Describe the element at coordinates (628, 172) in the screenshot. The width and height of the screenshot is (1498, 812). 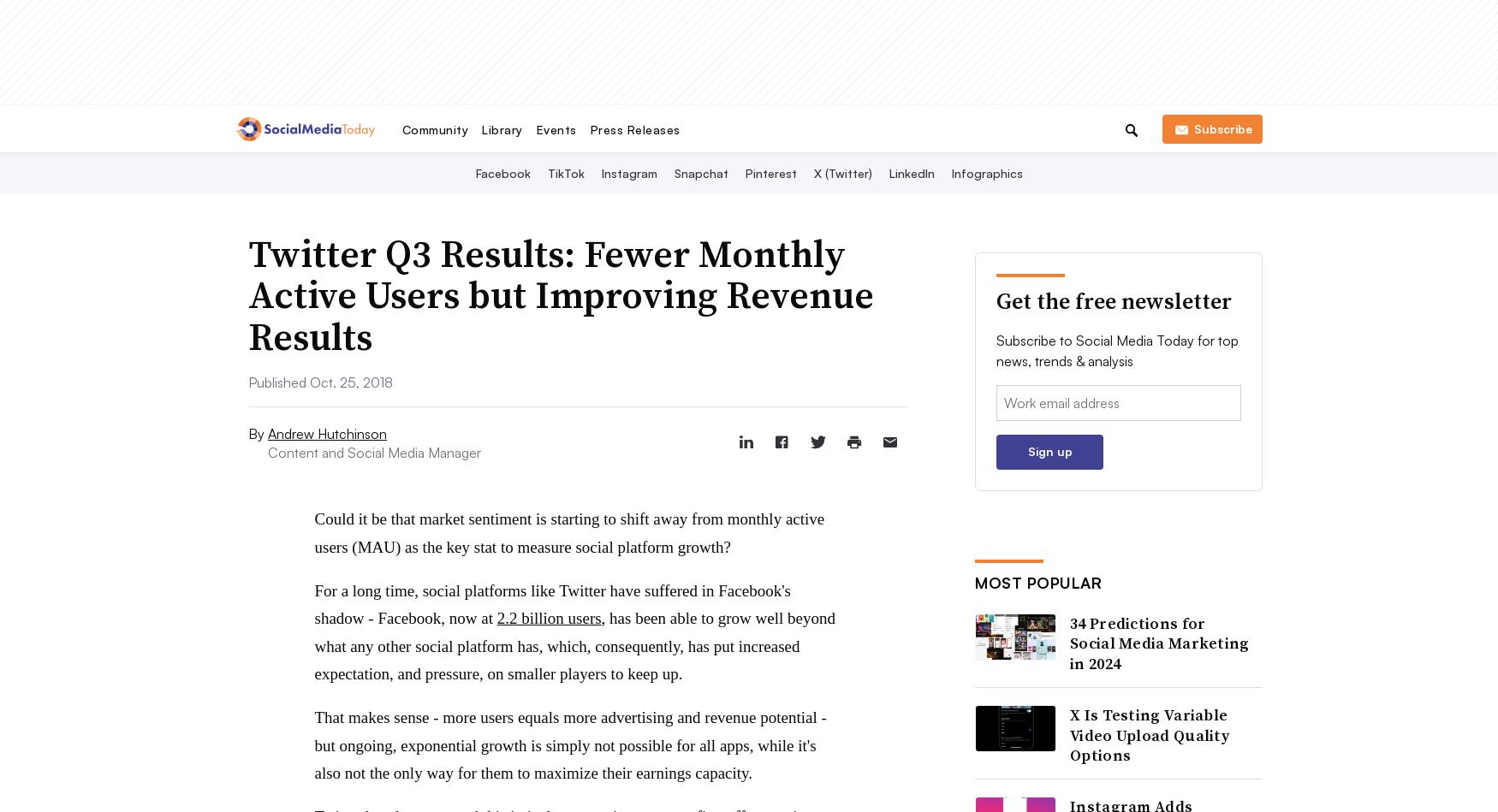
I see `'Instagram'` at that location.